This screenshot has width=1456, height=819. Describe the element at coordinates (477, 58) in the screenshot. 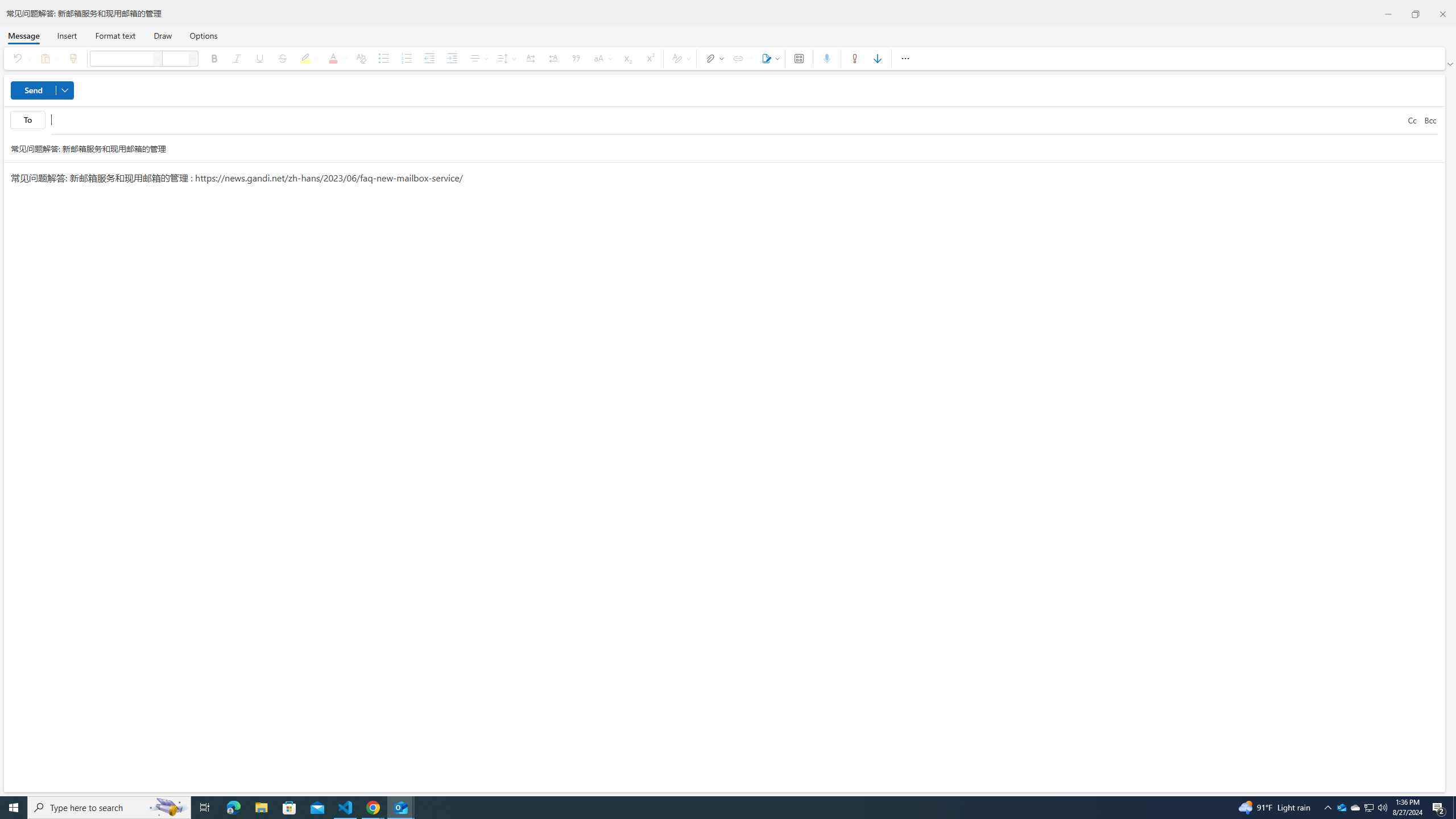

I see `'Align'` at that location.